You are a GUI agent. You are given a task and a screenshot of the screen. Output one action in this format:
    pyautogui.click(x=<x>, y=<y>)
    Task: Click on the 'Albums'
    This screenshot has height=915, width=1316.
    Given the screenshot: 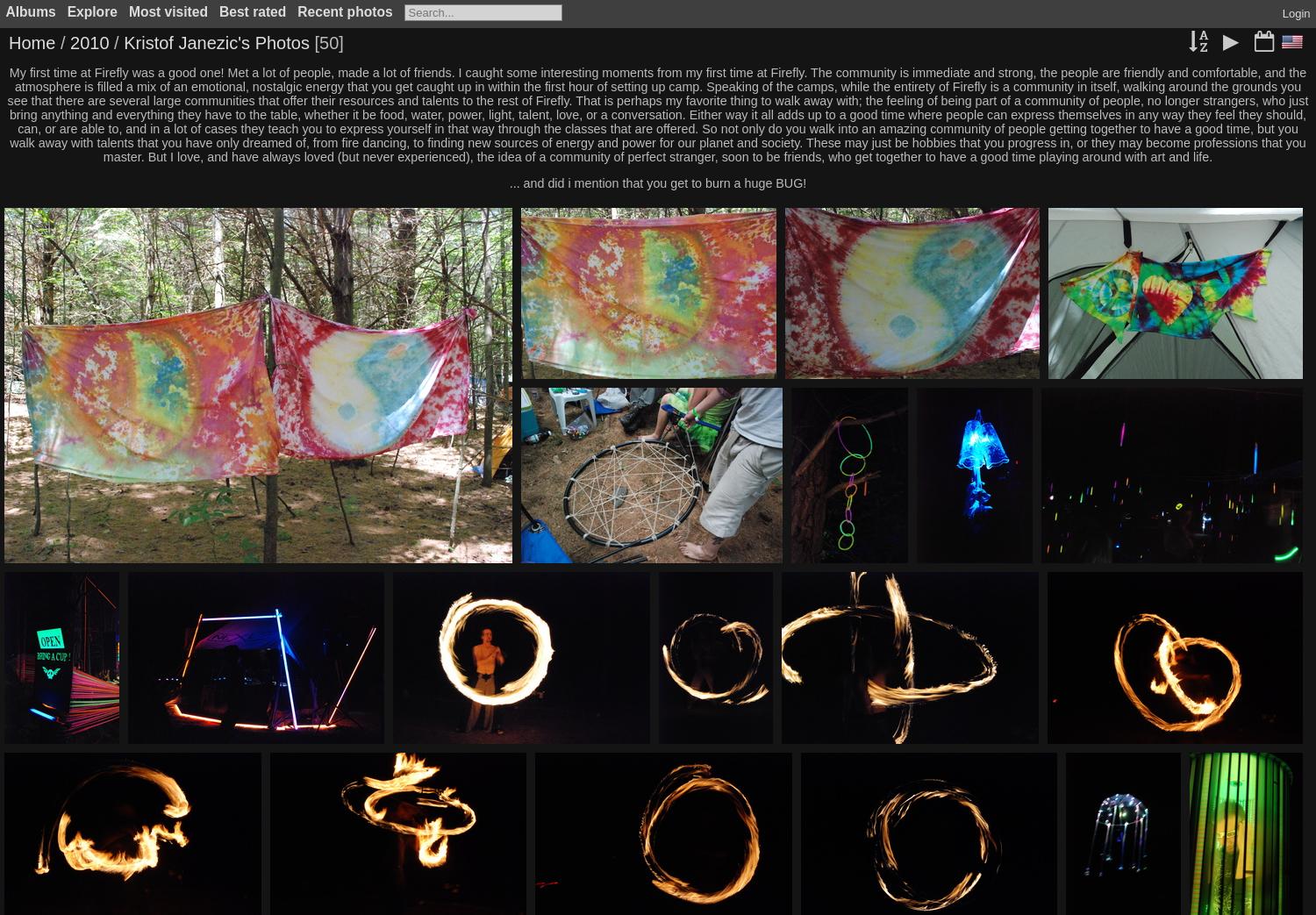 What is the action you would take?
    pyautogui.click(x=30, y=11)
    